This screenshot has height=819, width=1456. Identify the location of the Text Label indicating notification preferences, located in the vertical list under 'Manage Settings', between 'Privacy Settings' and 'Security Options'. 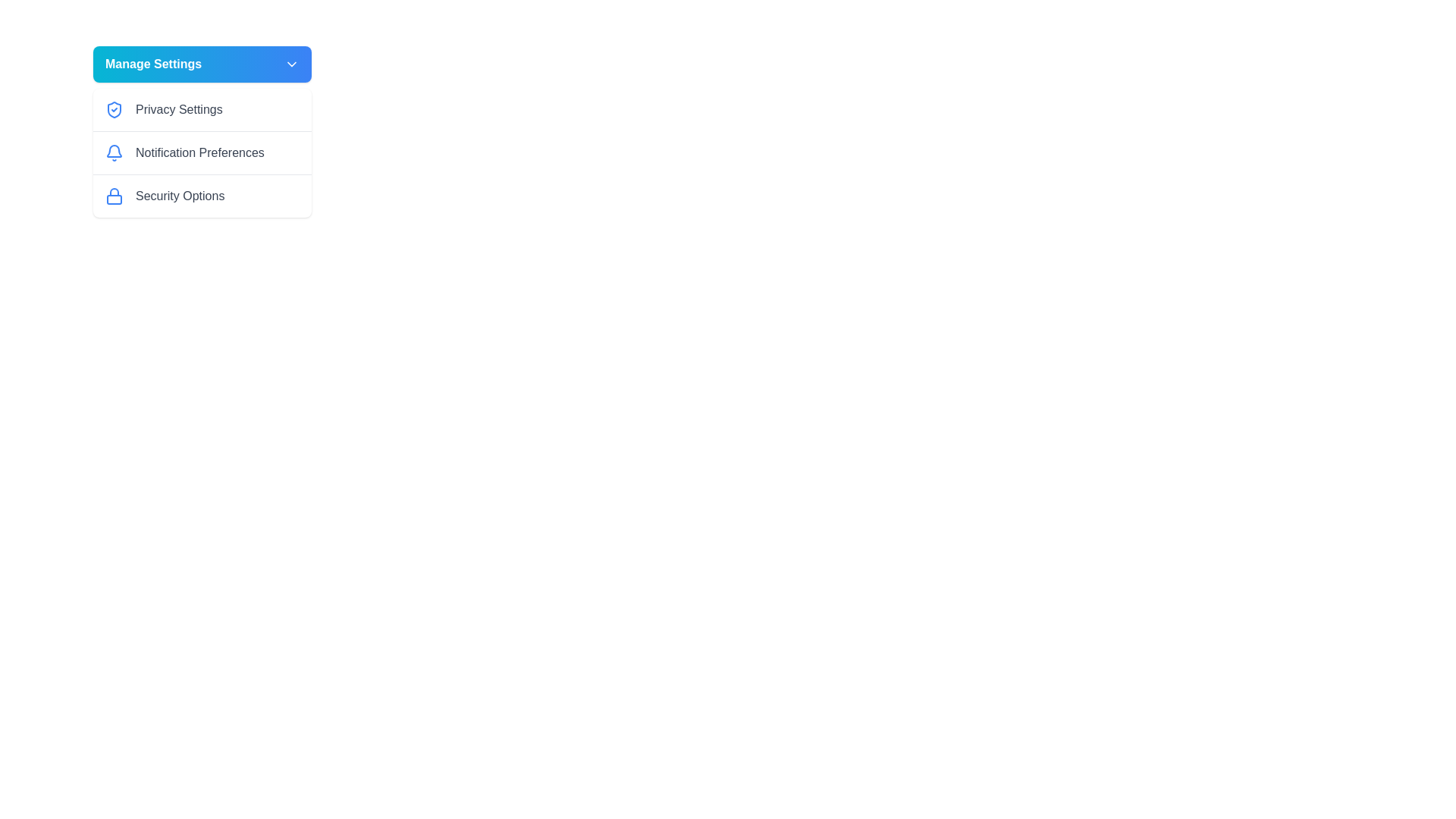
(199, 152).